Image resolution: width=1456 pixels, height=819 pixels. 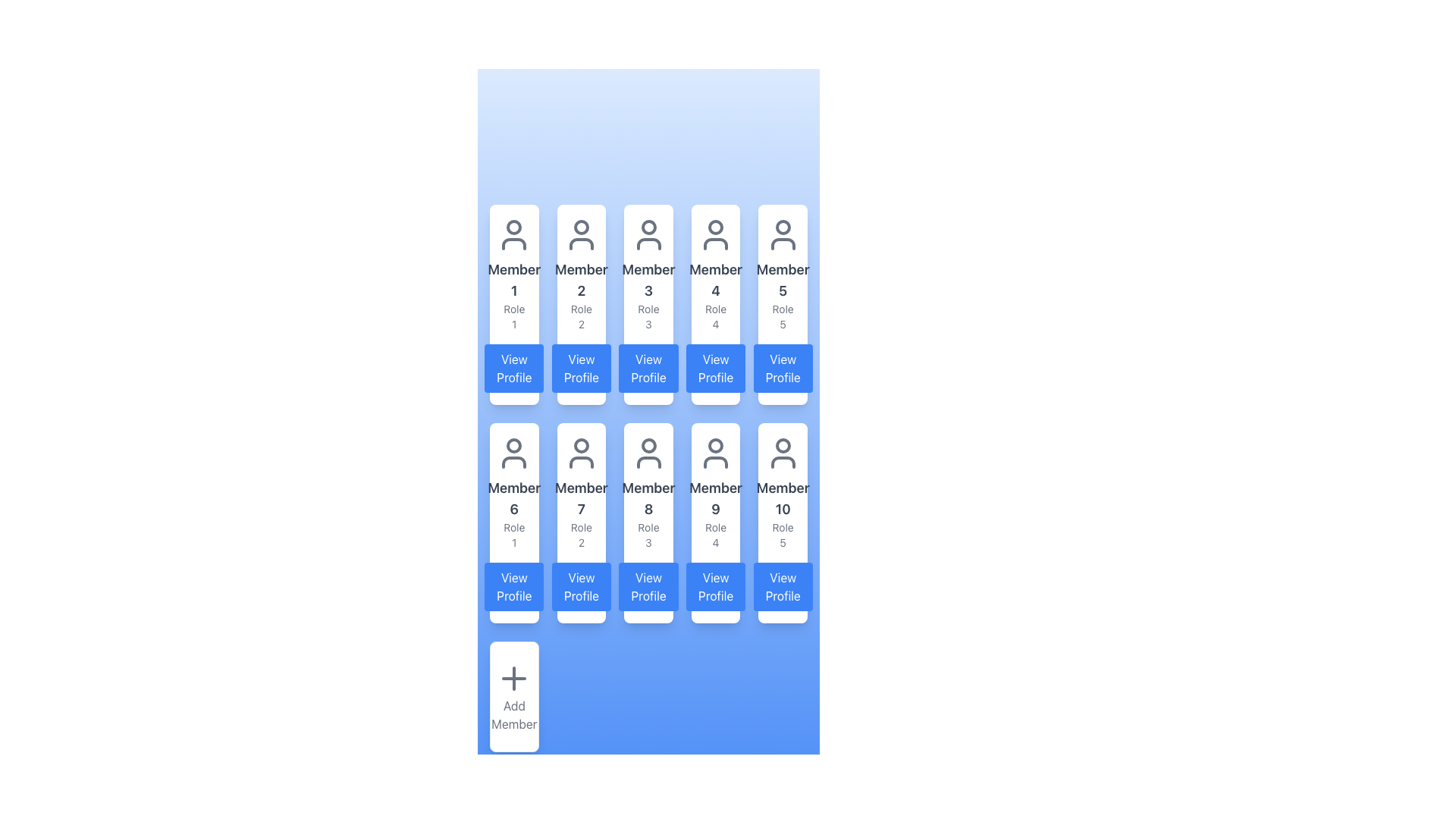 I want to click on the button that triggers adding a new member to the grid, located at the bottom-left under the 'Member 6' card, so click(x=514, y=696).